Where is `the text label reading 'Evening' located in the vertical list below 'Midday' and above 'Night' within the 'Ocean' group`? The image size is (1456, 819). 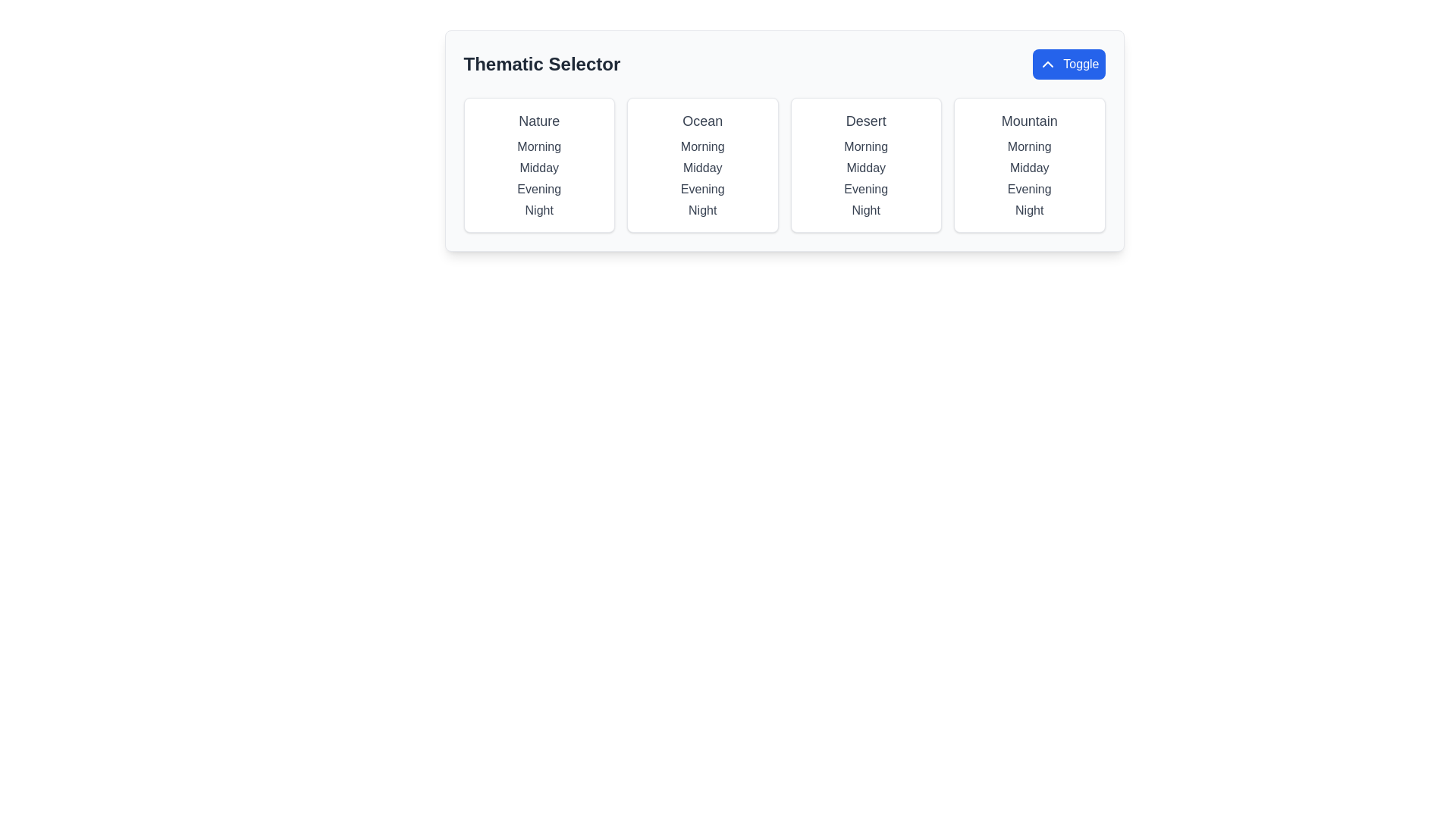 the text label reading 'Evening' located in the vertical list below 'Midday' and above 'Night' within the 'Ocean' group is located at coordinates (701, 189).